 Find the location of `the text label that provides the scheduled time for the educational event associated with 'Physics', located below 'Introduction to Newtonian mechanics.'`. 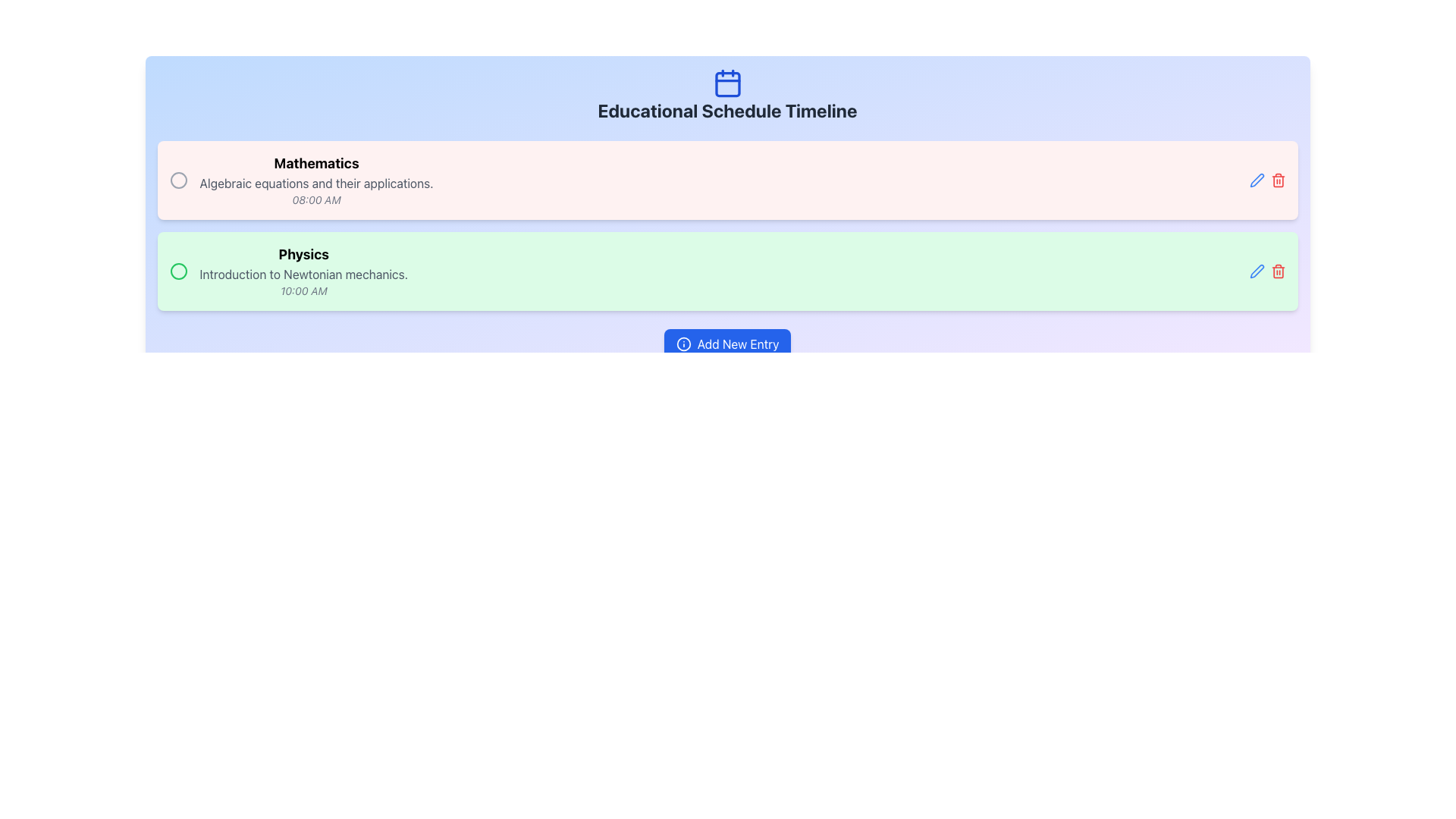

the text label that provides the scheduled time for the educational event associated with 'Physics', located below 'Introduction to Newtonian mechanics.' is located at coordinates (303, 291).